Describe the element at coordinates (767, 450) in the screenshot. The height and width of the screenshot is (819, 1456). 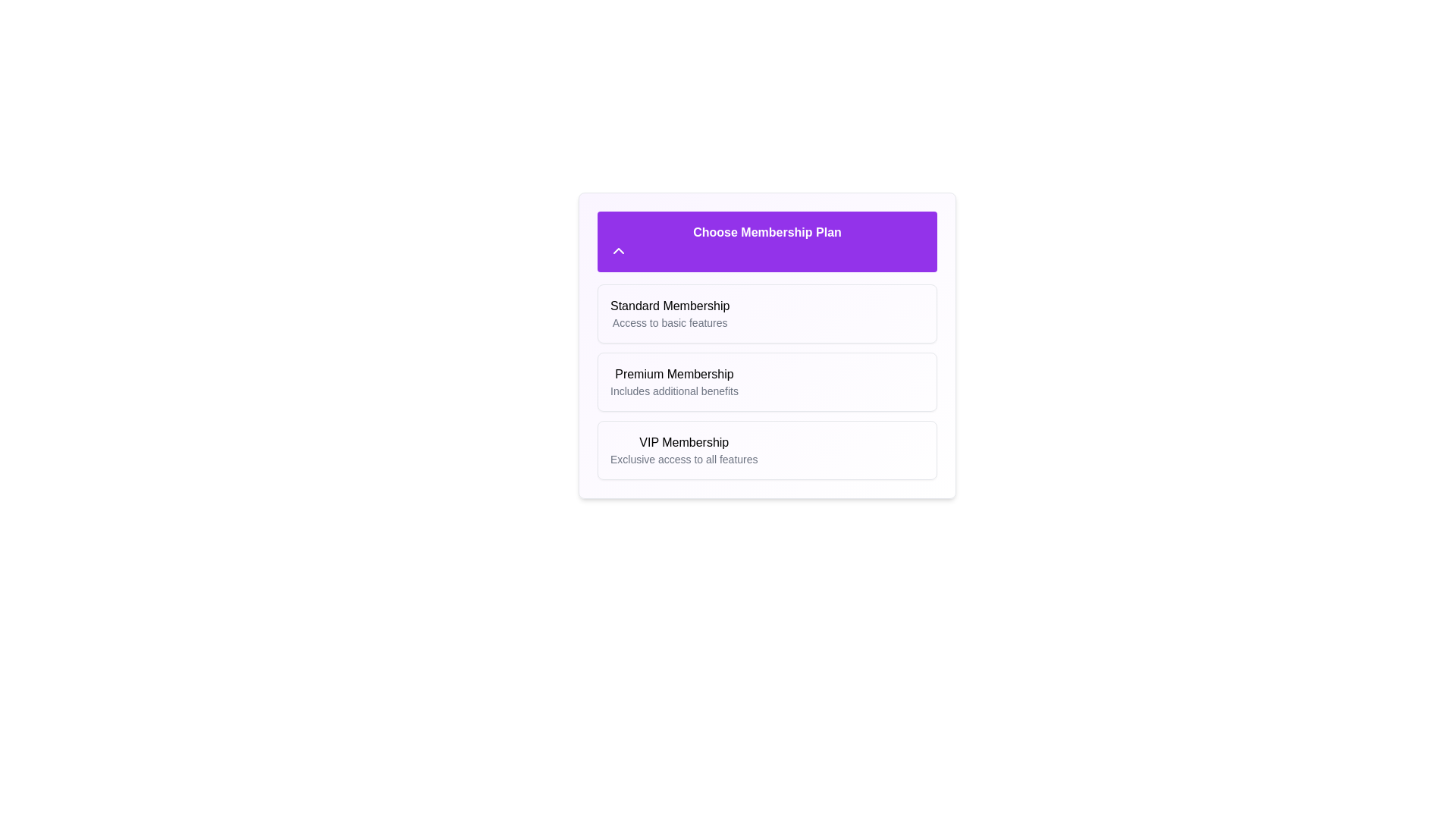
I see `the 'VIP Membership' button-like selectable list item` at that location.